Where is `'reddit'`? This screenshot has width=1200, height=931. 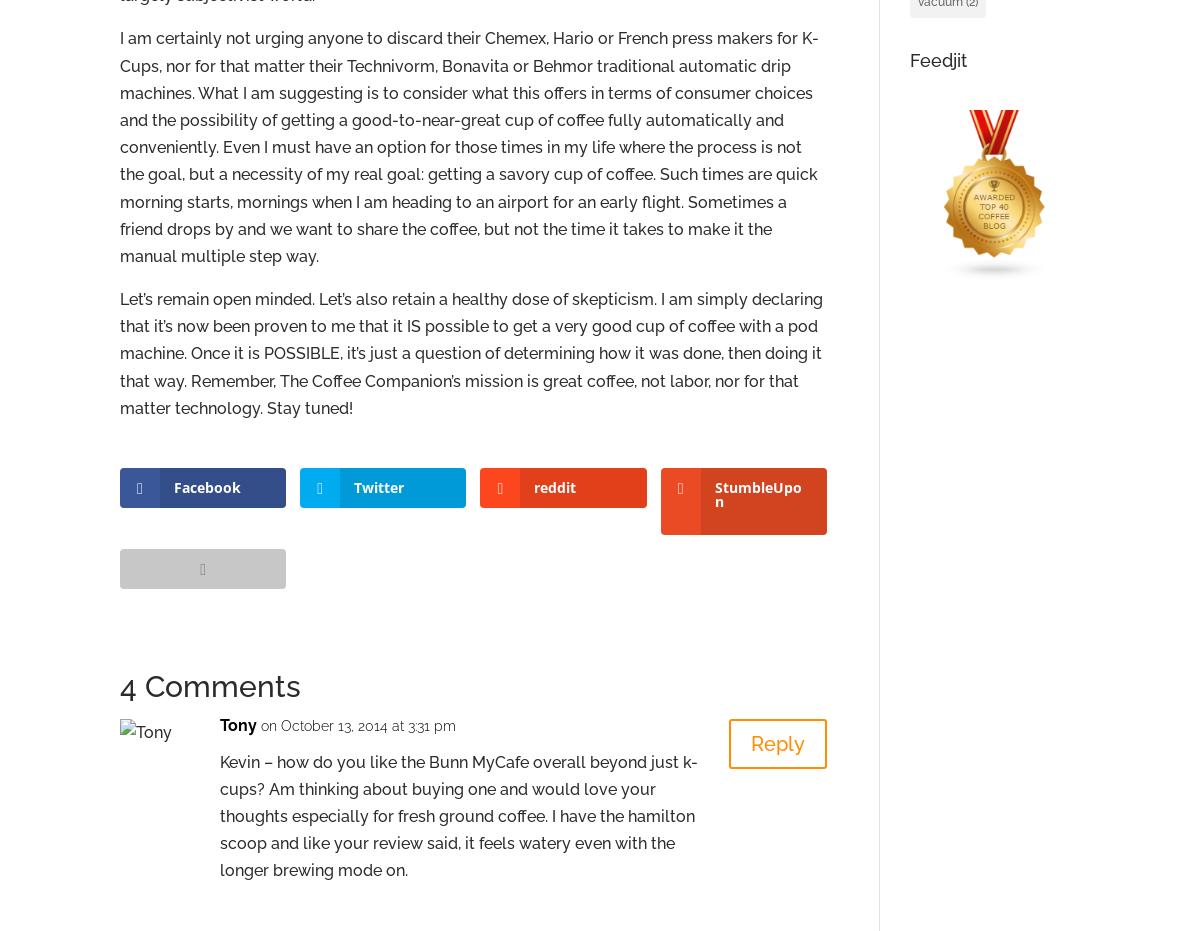
'reddit' is located at coordinates (554, 487).